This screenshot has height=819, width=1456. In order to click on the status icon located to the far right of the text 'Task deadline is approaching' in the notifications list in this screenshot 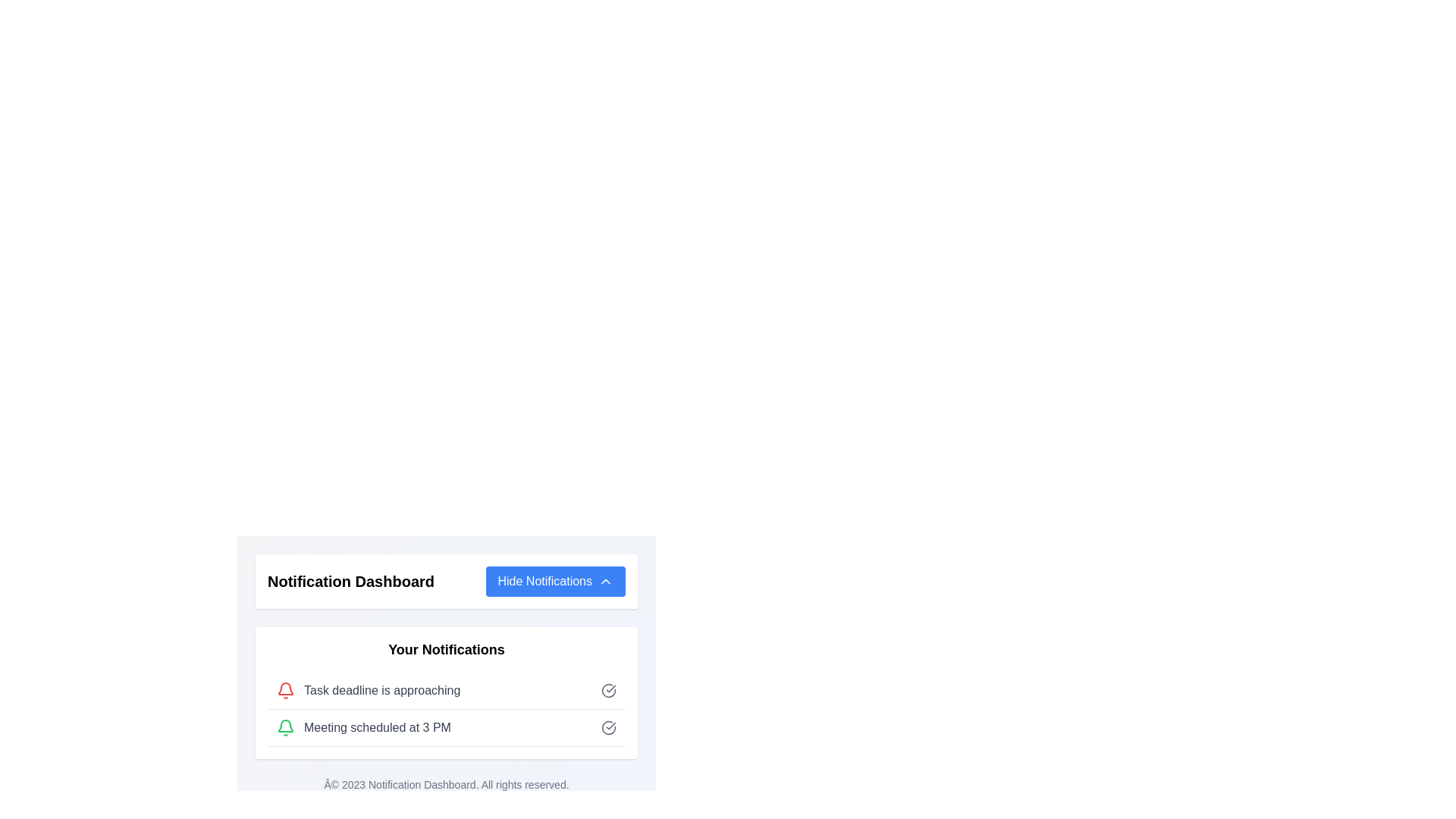, I will do `click(608, 690)`.